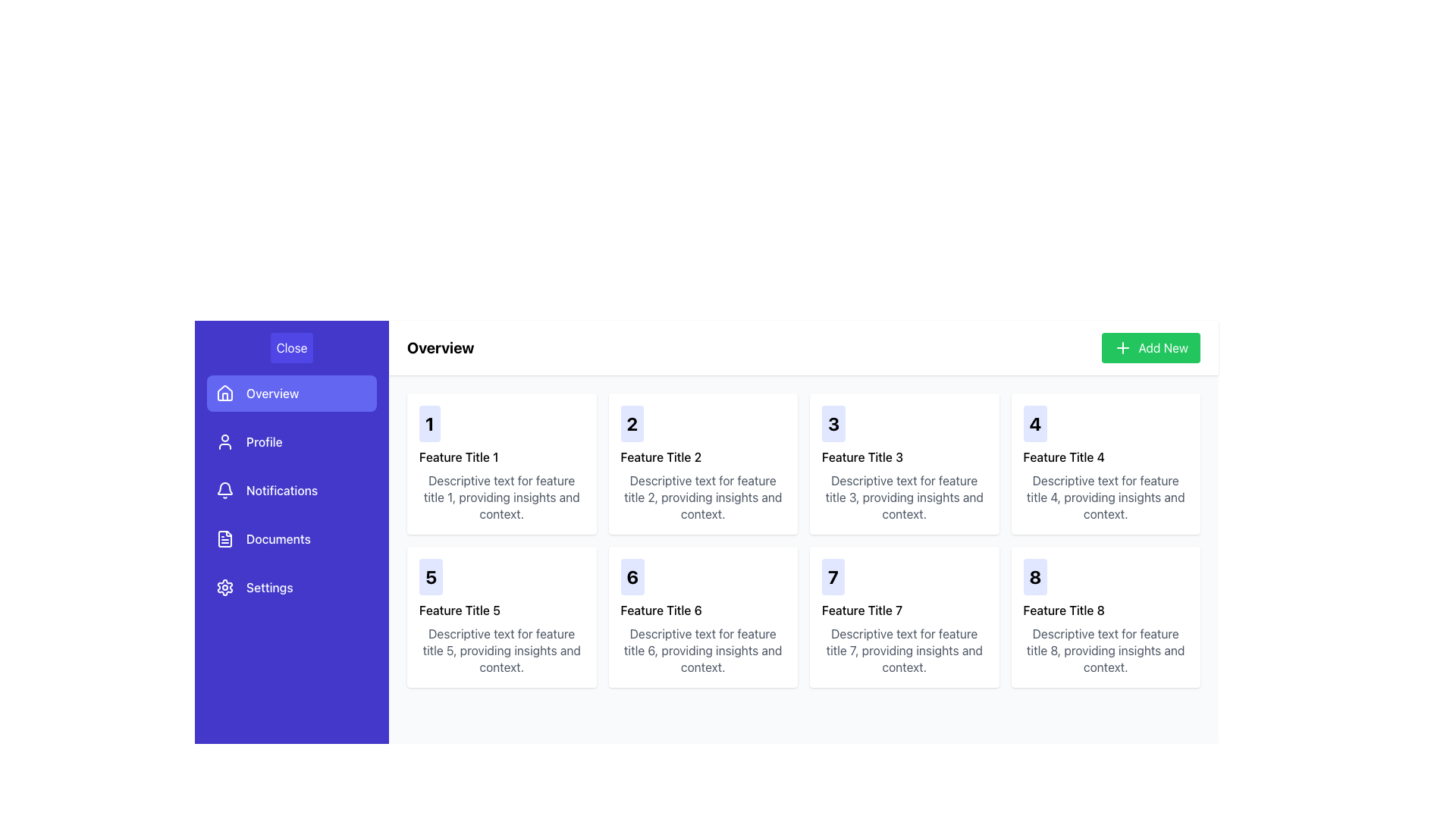 Image resolution: width=1456 pixels, height=819 pixels. What do you see at coordinates (661, 456) in the screenshot?
I see `the title text element located in the second column of the first row within a grid of cards, positioned below the numeral '2' and above descriptive text` at bounding box center [661, 456].